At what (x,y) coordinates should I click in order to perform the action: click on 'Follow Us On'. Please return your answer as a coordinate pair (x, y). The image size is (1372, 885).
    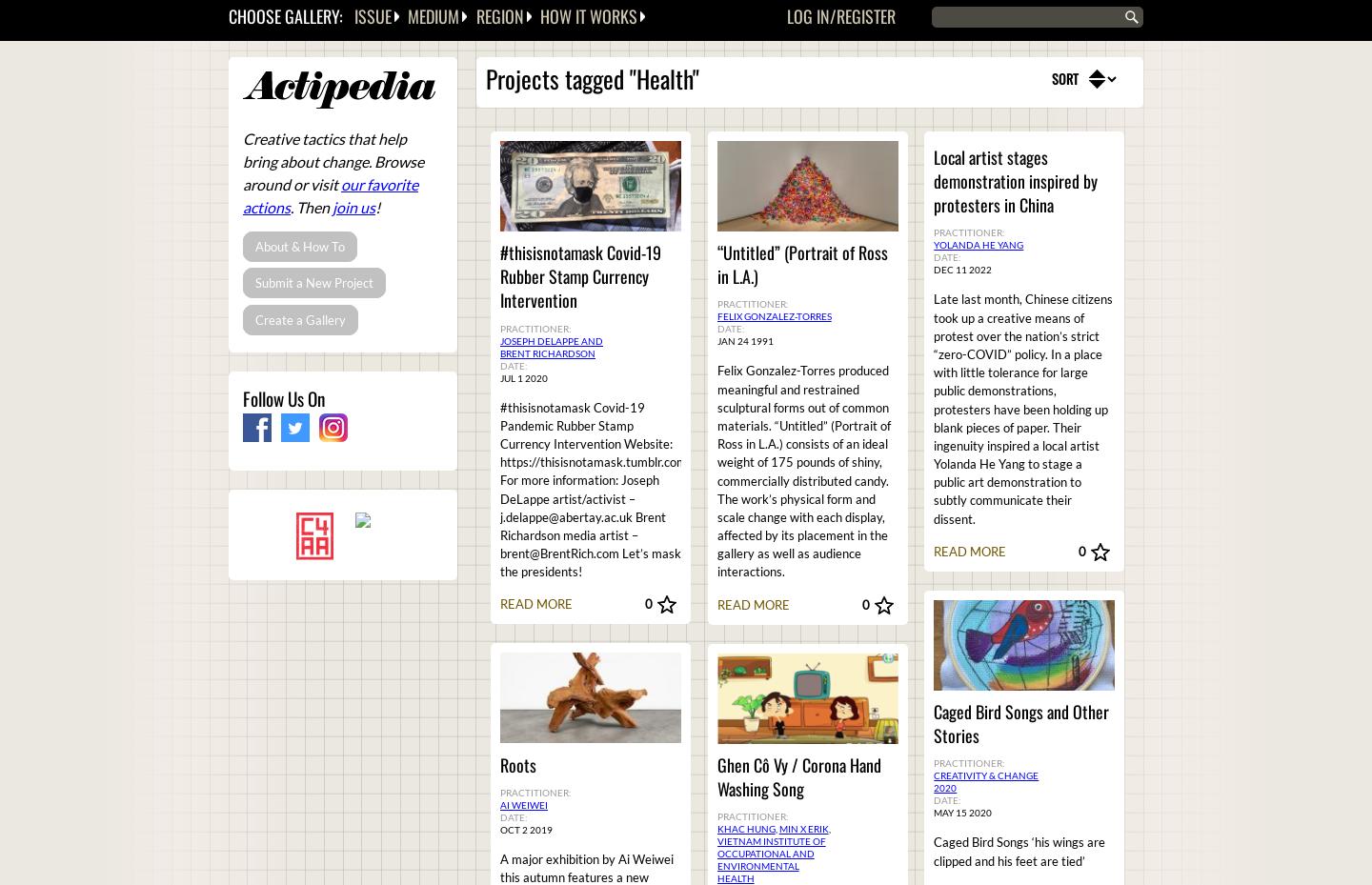
    Looking at the image, I should click on (282, 397).